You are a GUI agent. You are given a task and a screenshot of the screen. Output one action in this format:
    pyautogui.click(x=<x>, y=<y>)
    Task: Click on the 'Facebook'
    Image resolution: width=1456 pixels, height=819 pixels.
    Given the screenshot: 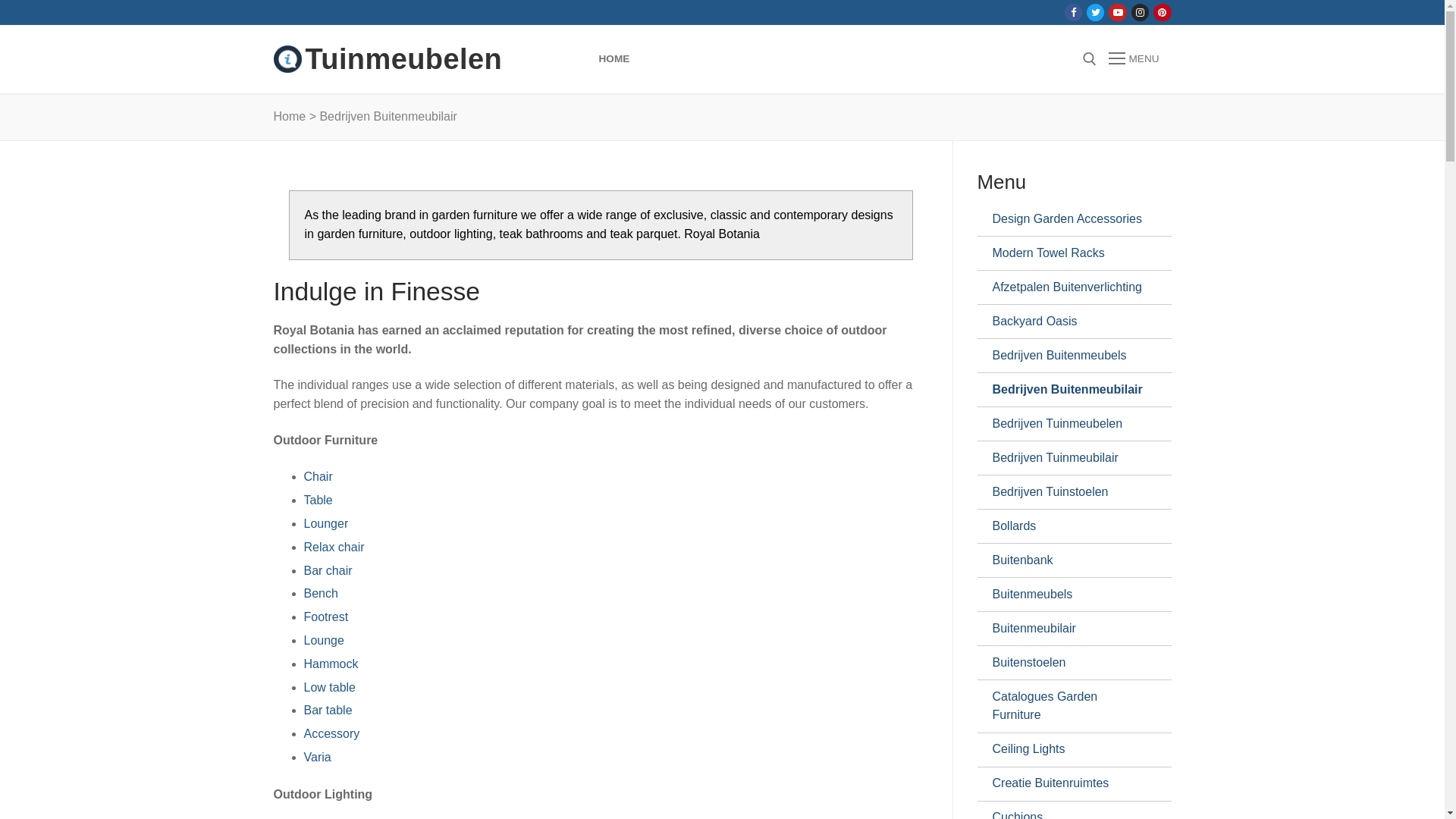 What is the action you would take?
    pyautogui.click(x=1072, y=12)
    